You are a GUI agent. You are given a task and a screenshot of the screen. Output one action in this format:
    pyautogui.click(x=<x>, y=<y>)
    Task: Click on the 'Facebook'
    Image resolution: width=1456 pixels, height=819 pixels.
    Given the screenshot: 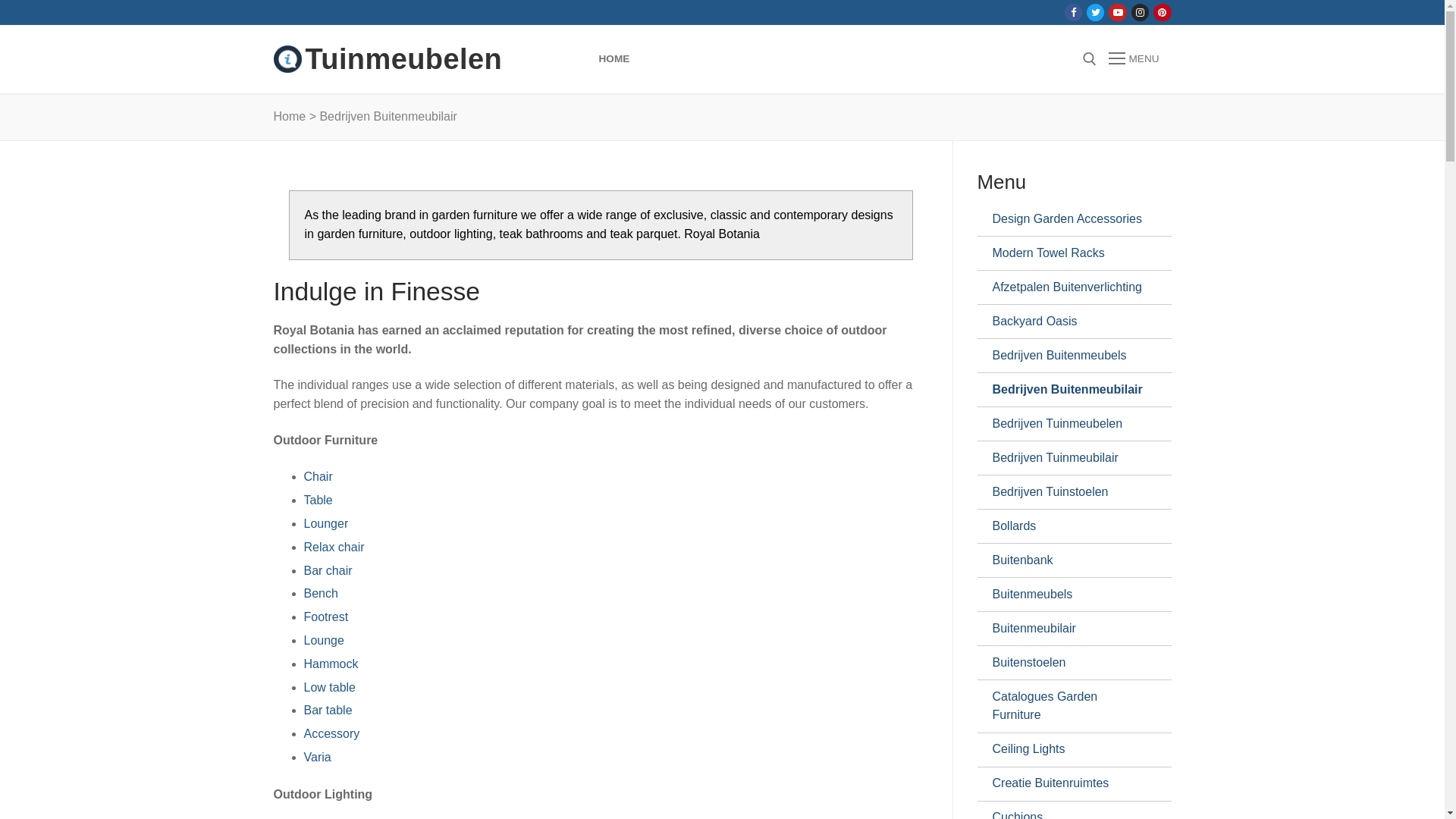 What is the action you would take?
    pyautogui.click(x=1072, y=12)
    